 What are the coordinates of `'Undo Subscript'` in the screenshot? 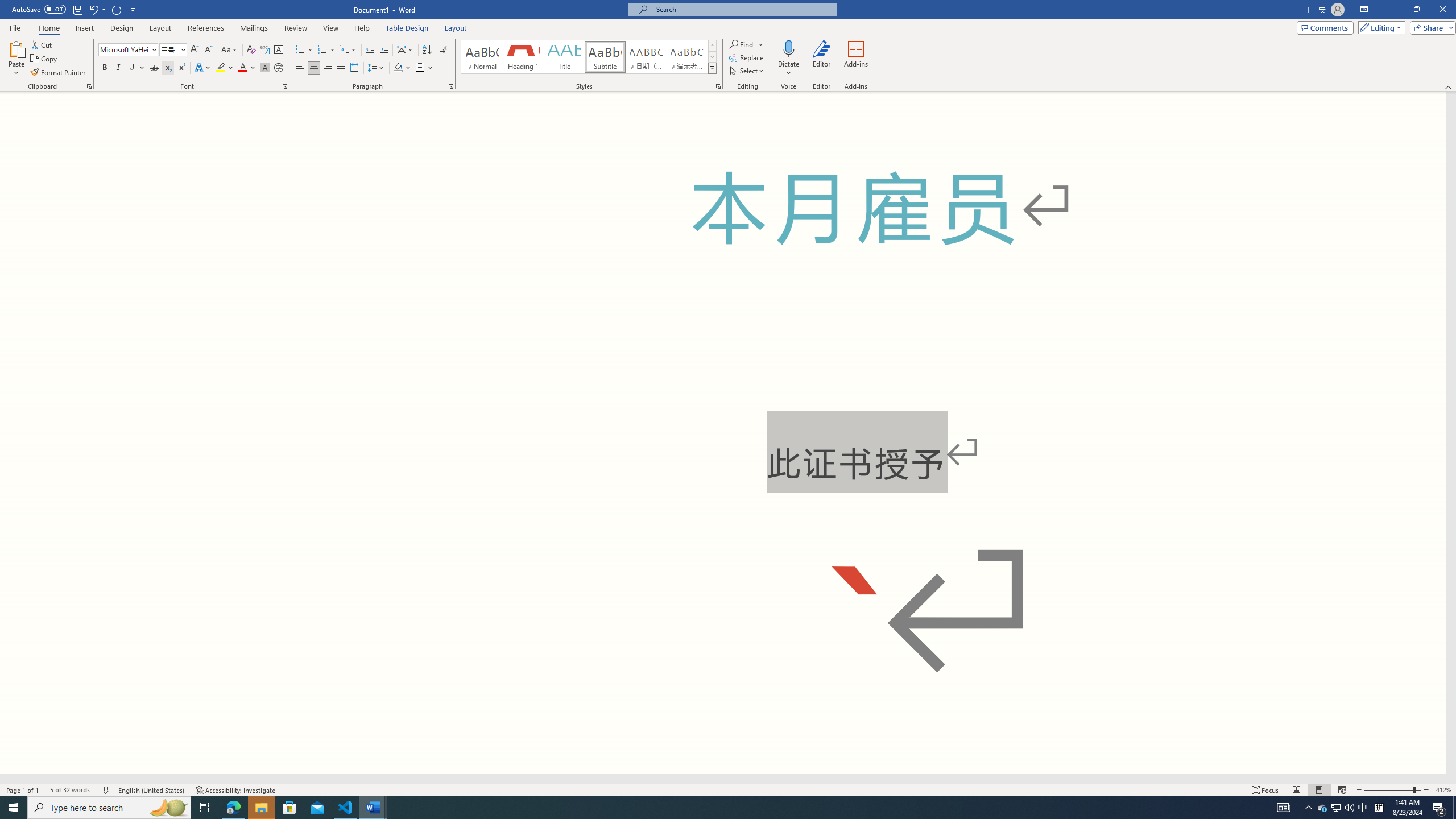 It's located at (97, 9).